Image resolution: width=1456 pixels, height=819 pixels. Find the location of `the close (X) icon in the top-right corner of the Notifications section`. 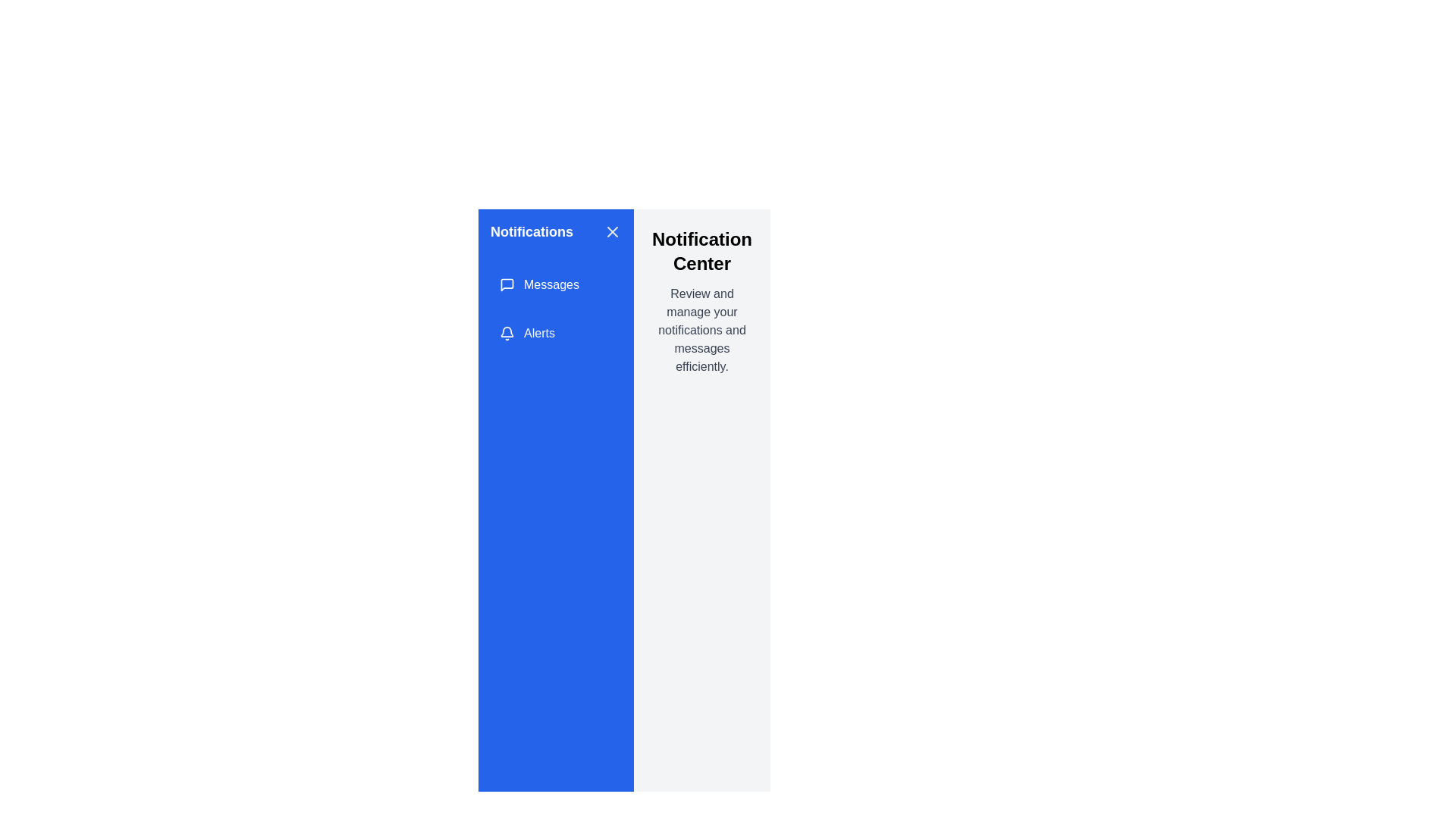

the close (X) icon in the top-right corner of the Notifications section is located at coordinates (612, 231).